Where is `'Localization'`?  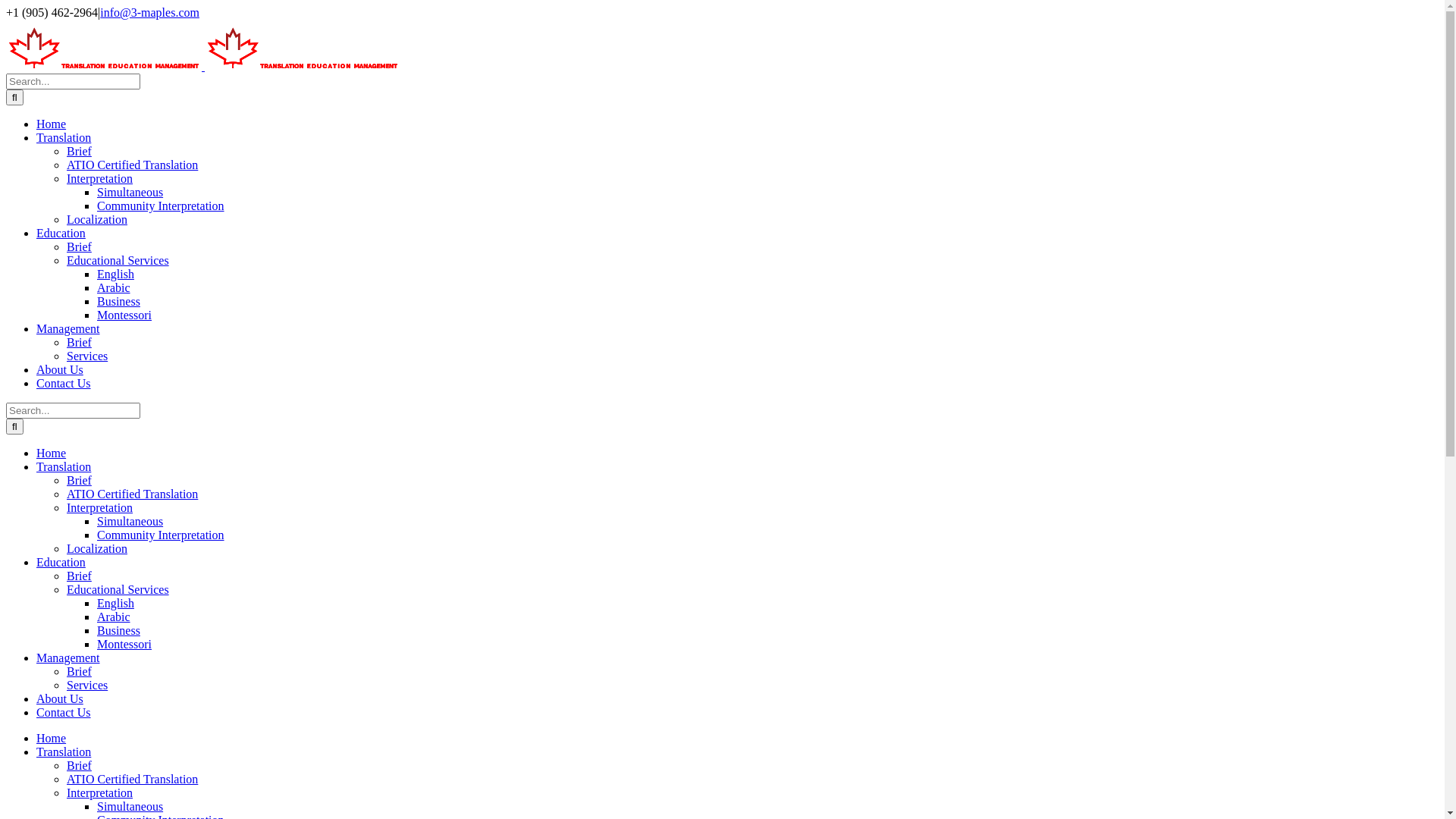 'Localization' is located at coordinates (96, 219).